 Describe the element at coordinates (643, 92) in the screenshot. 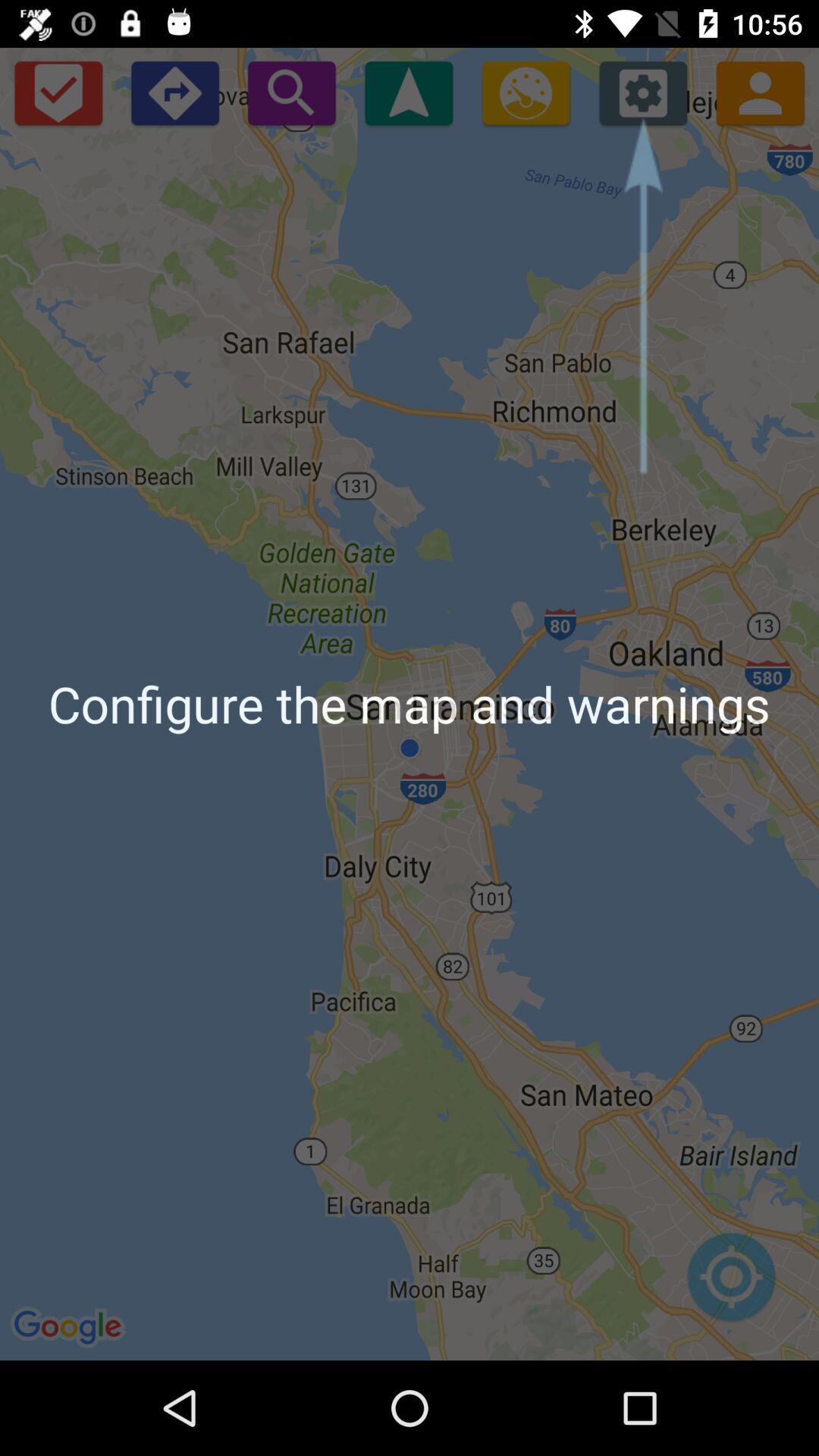

I see `the settings icon` at that location.